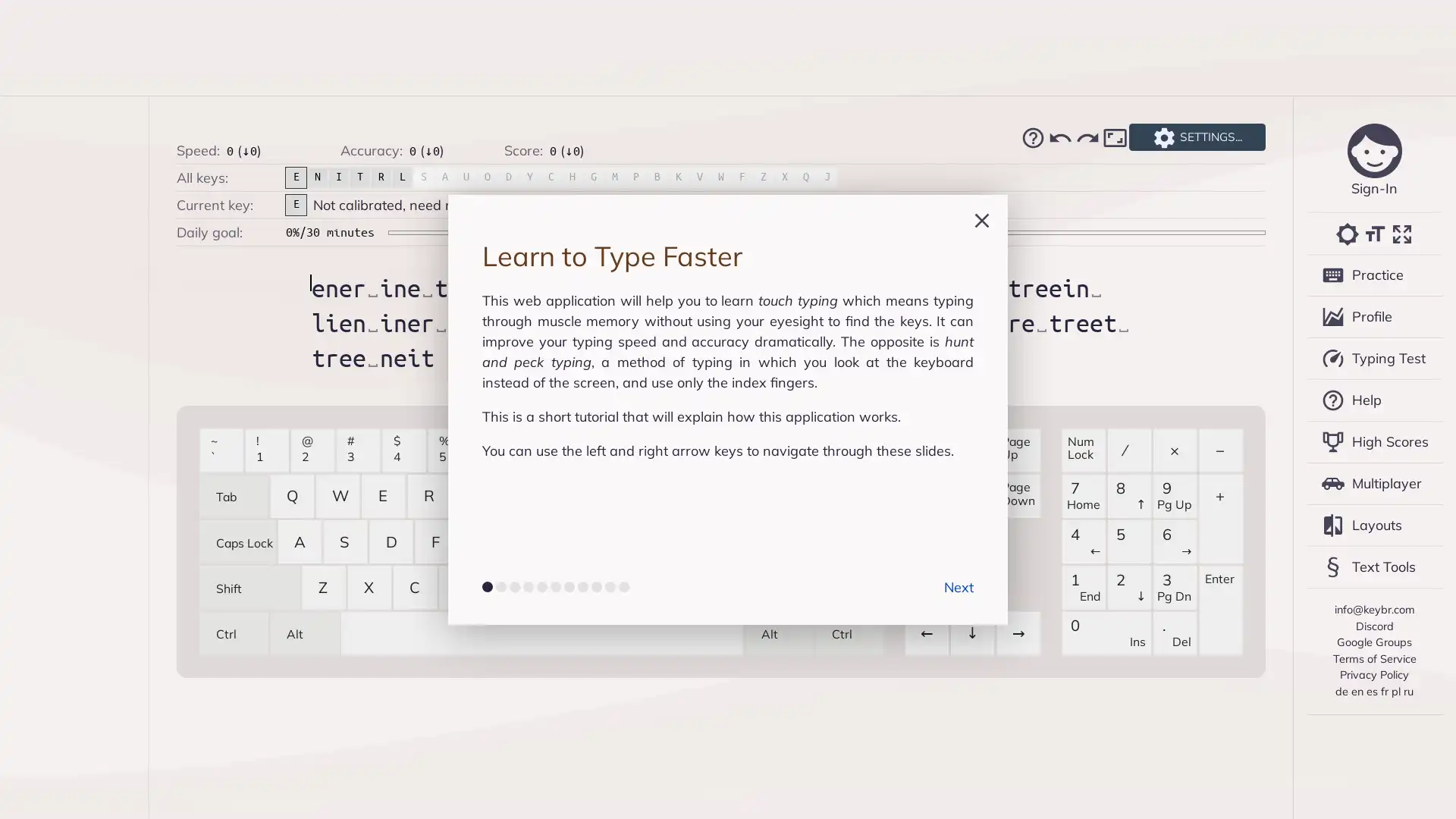 The width and height of the screenshot is (1456, 819). Describe the element at coordinates (1373, 234) in the screenshot. I see `Switch to theme Large Text Size.` at that location.